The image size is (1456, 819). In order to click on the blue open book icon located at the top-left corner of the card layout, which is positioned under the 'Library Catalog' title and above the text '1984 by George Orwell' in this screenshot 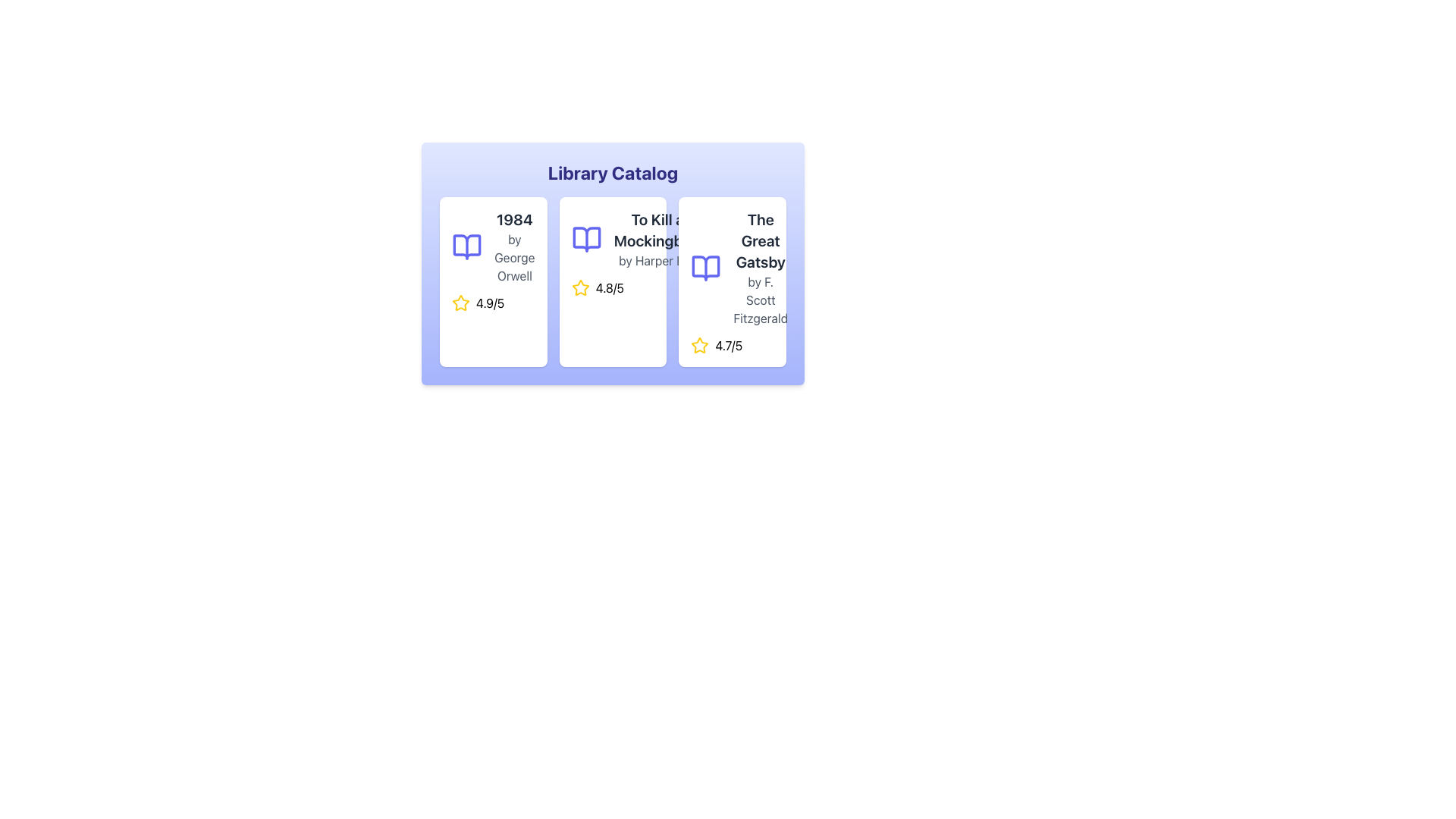, I will do `click(466, 246)`.